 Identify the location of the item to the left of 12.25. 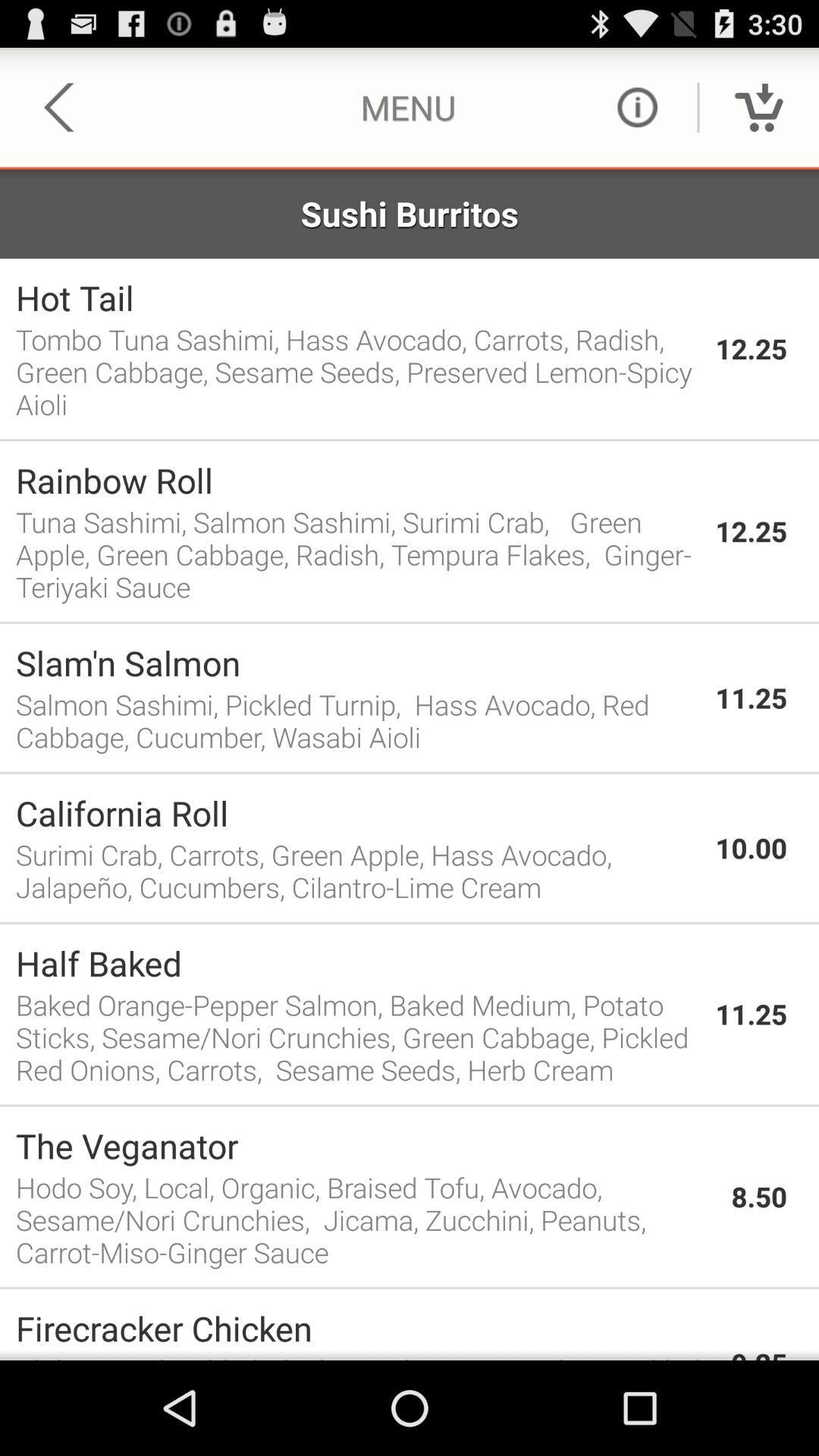
(357, 372).